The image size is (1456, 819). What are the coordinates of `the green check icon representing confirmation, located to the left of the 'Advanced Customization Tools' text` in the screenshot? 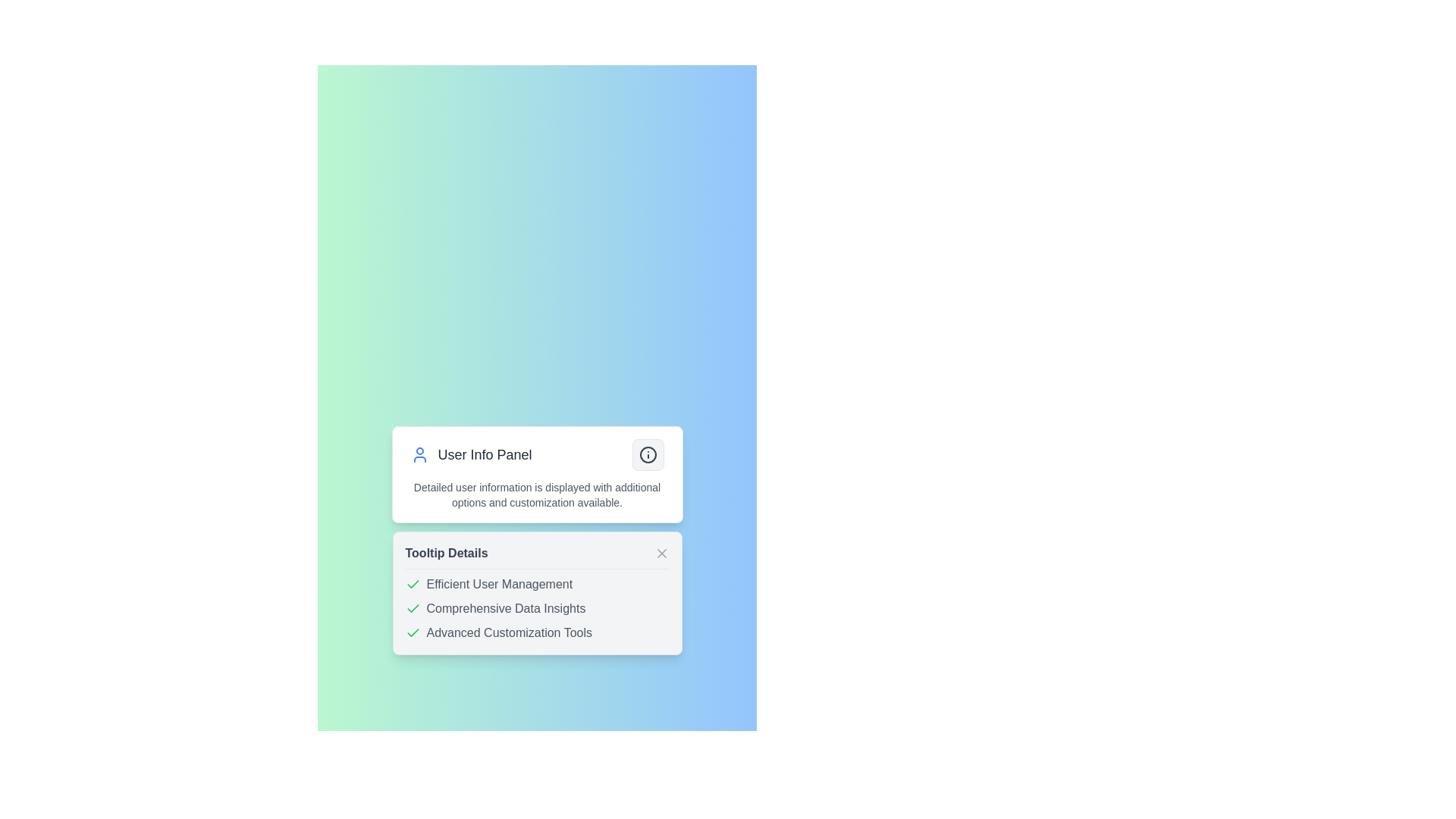 It's located at (413, 632).